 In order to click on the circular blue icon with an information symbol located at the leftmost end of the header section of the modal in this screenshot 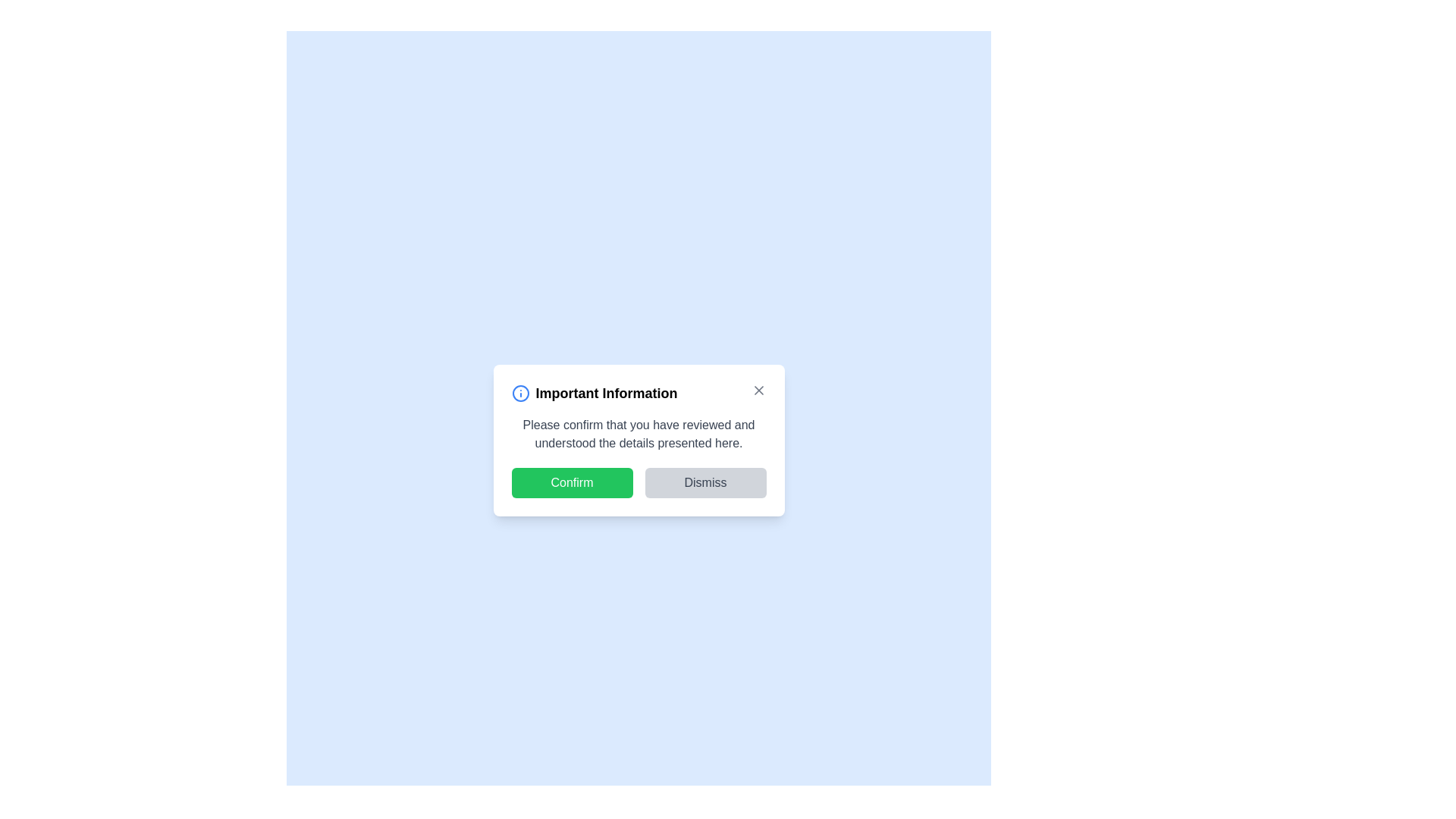, I will do `click(520, 393)`.